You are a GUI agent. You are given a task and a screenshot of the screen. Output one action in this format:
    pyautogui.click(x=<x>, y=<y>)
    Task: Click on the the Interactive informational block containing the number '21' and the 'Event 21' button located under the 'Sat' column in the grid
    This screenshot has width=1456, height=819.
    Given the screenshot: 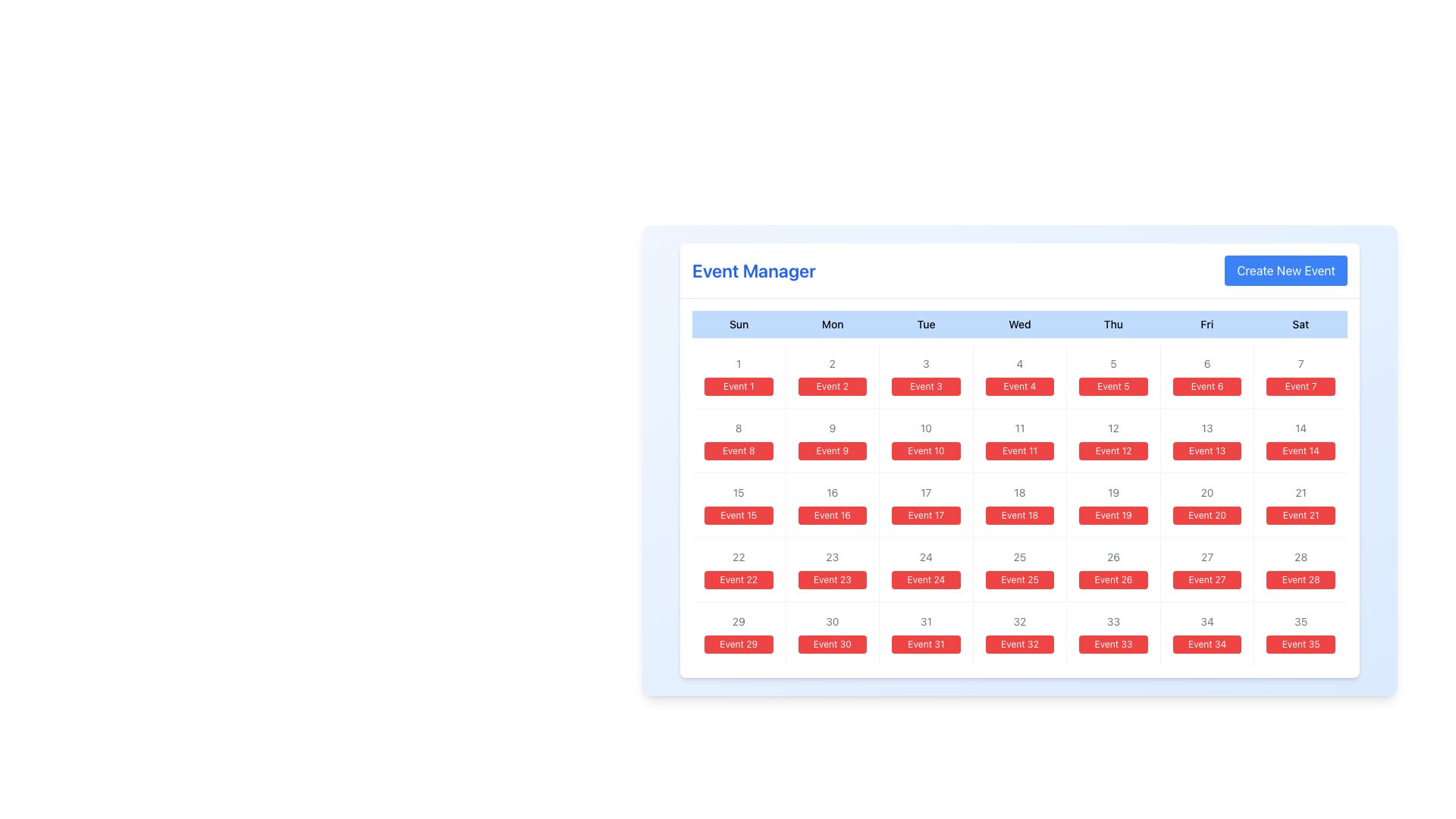 What is the action you would take?
    pyautogui.click(x=1300, y=505)
    